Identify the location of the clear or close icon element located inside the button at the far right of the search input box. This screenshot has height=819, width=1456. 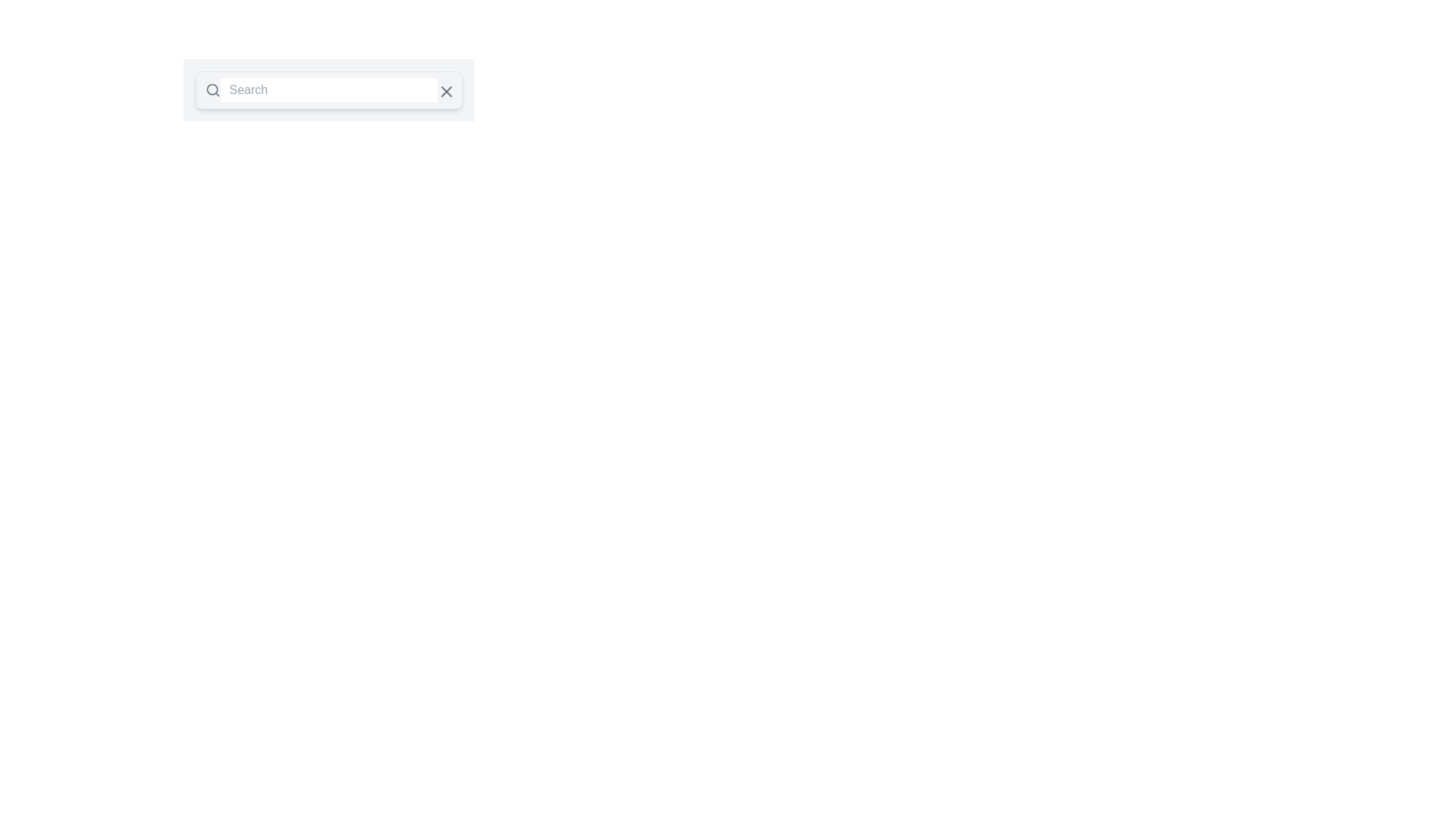
(445, 91).